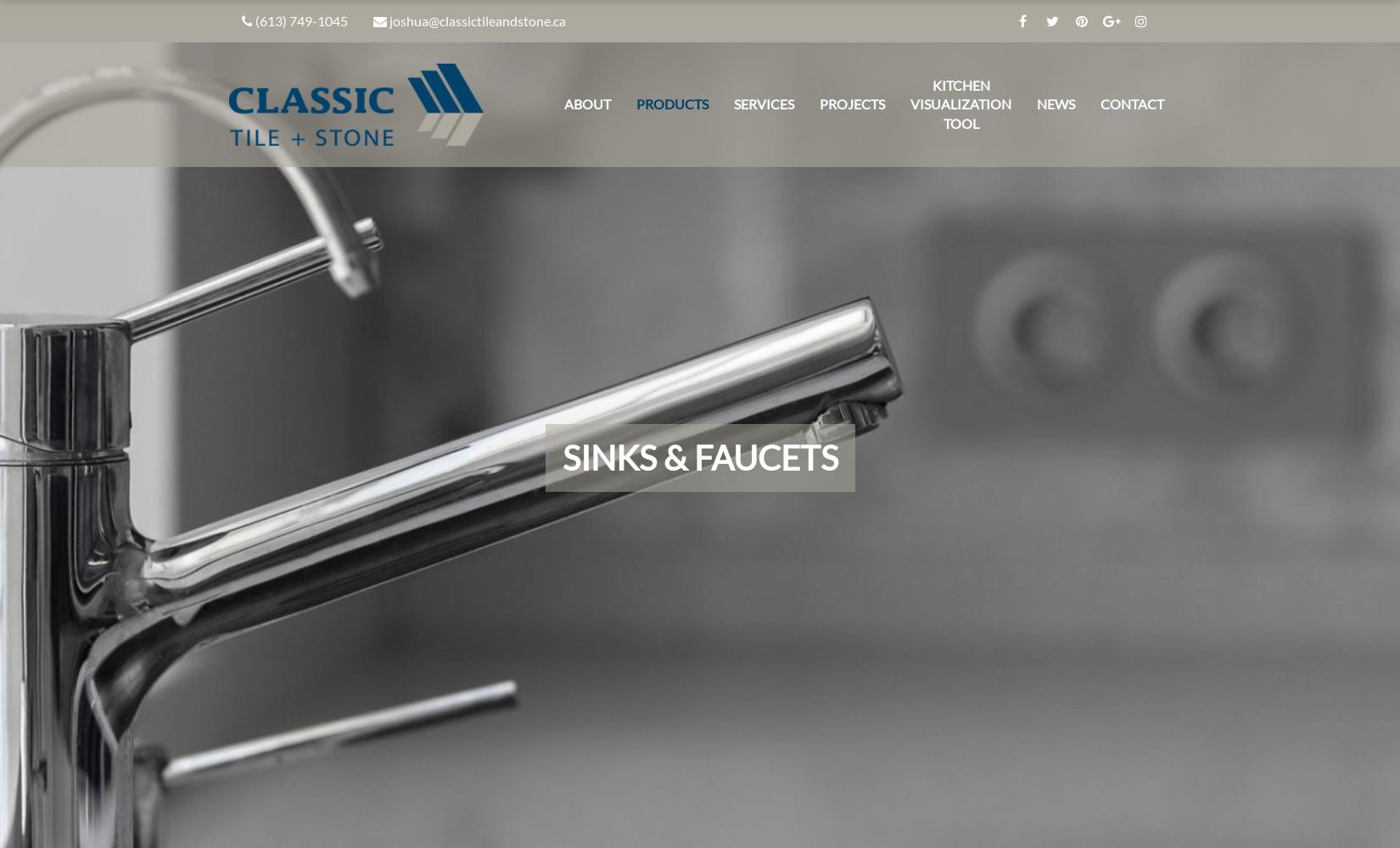 The width and height of the screenshot is (1400, 848). Describe the element at coordinates (733, 103) in the screenshot. I see `'Services'` at that location.